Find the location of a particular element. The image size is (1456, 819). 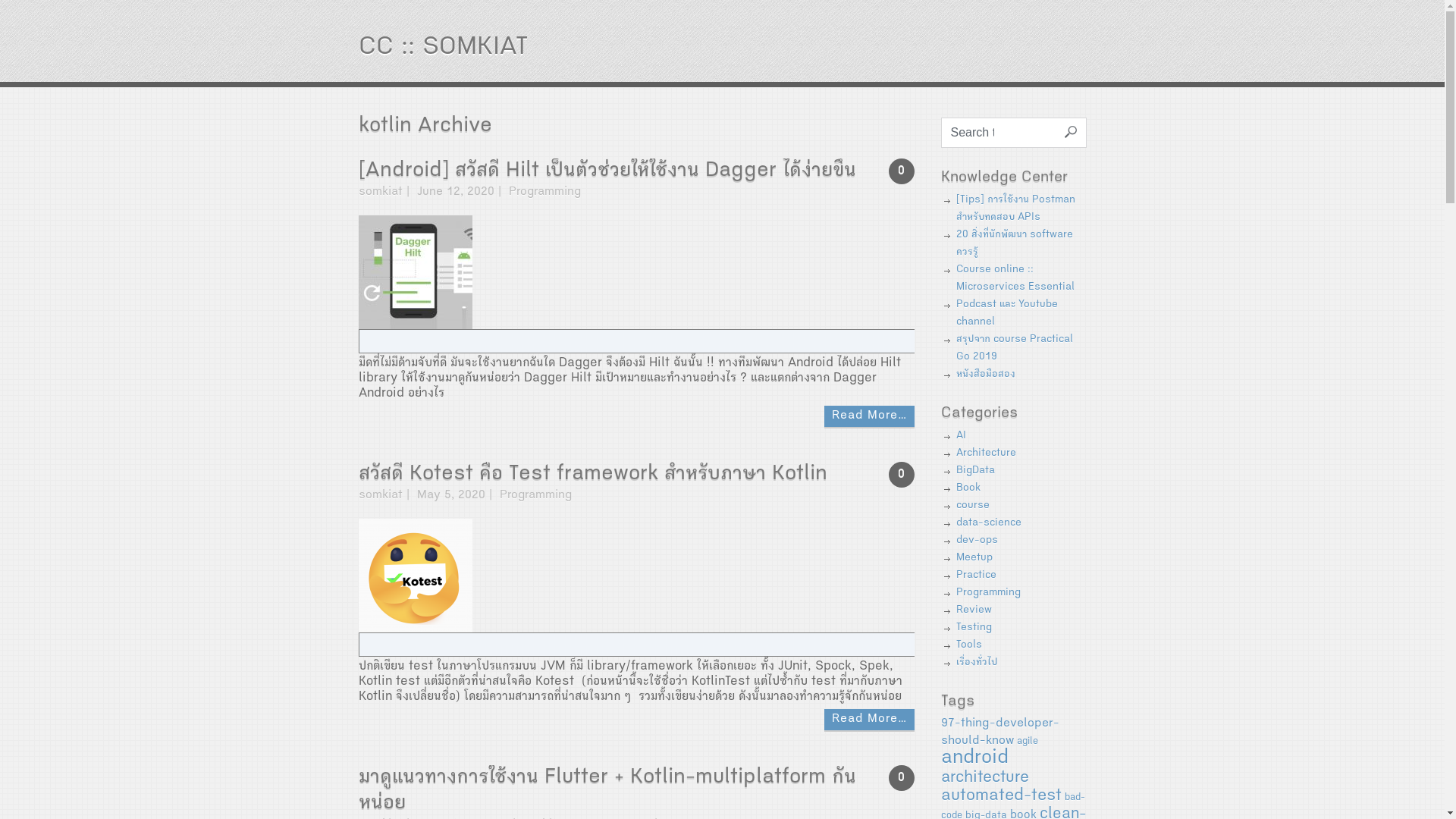

'automated-test' is located at coordinates (1000, 795).